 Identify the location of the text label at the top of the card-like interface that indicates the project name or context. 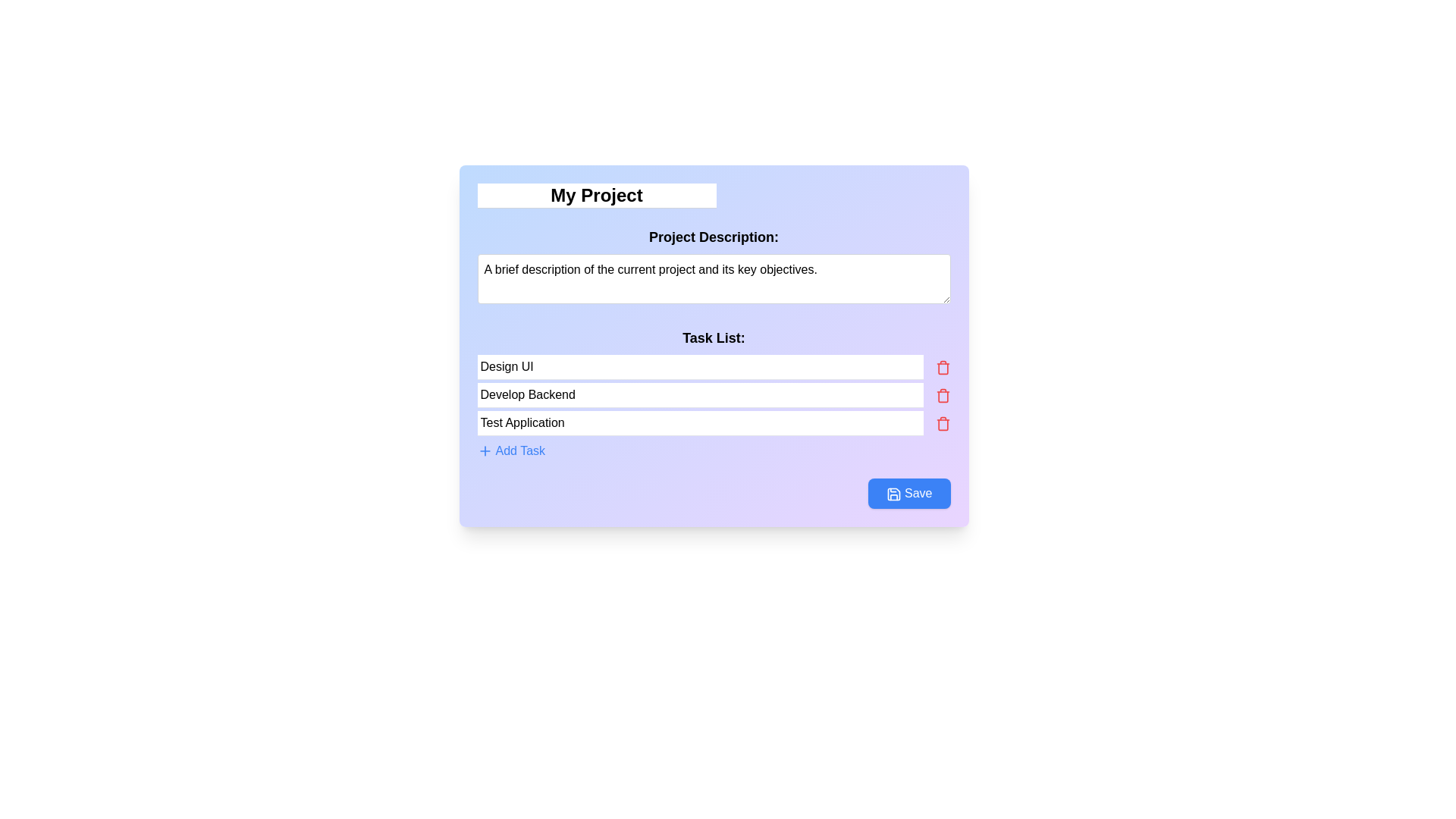
(596, 195).